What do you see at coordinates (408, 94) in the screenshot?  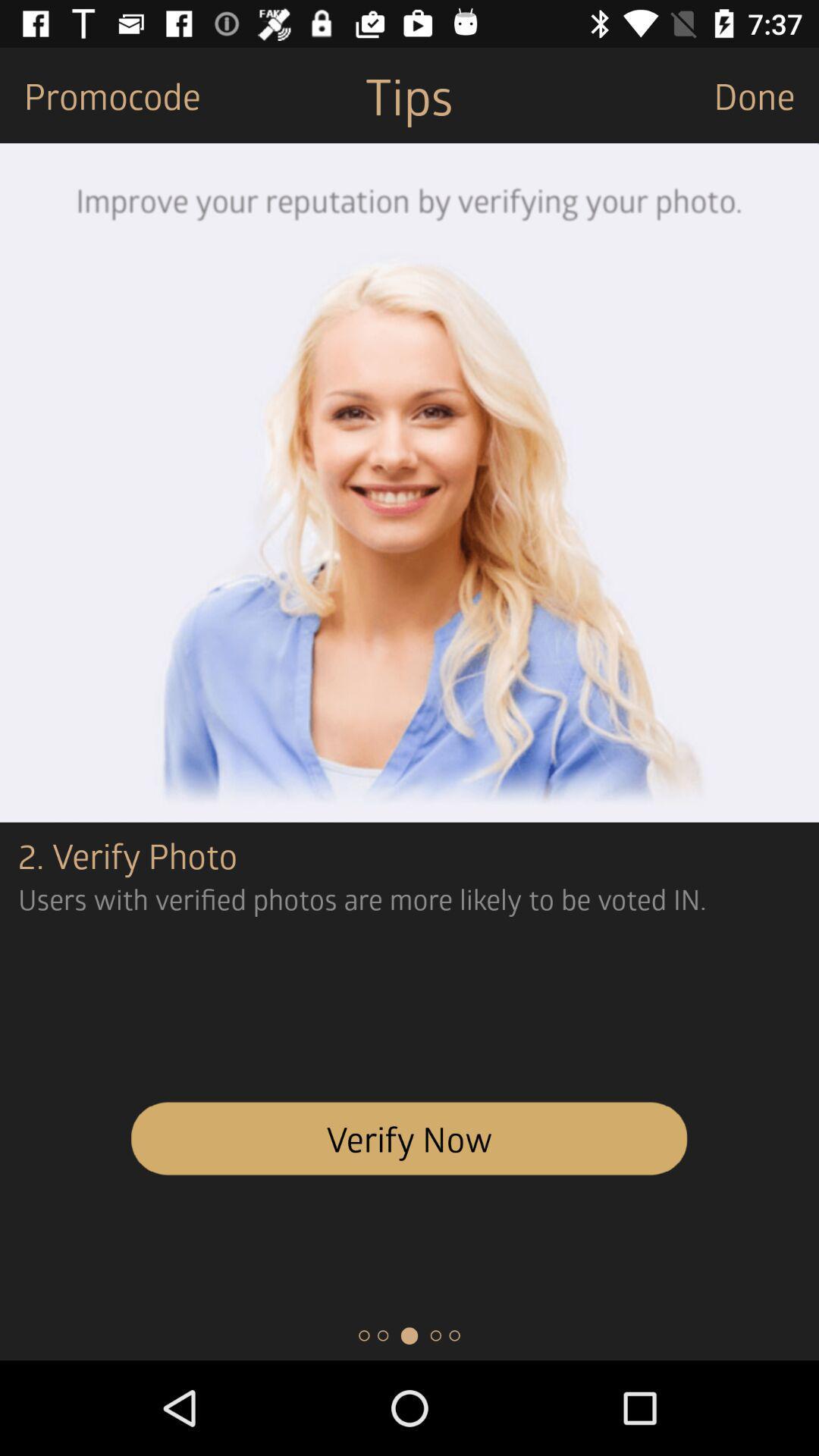 I see `icon next to promocode item` at bounding box center [408, 94].